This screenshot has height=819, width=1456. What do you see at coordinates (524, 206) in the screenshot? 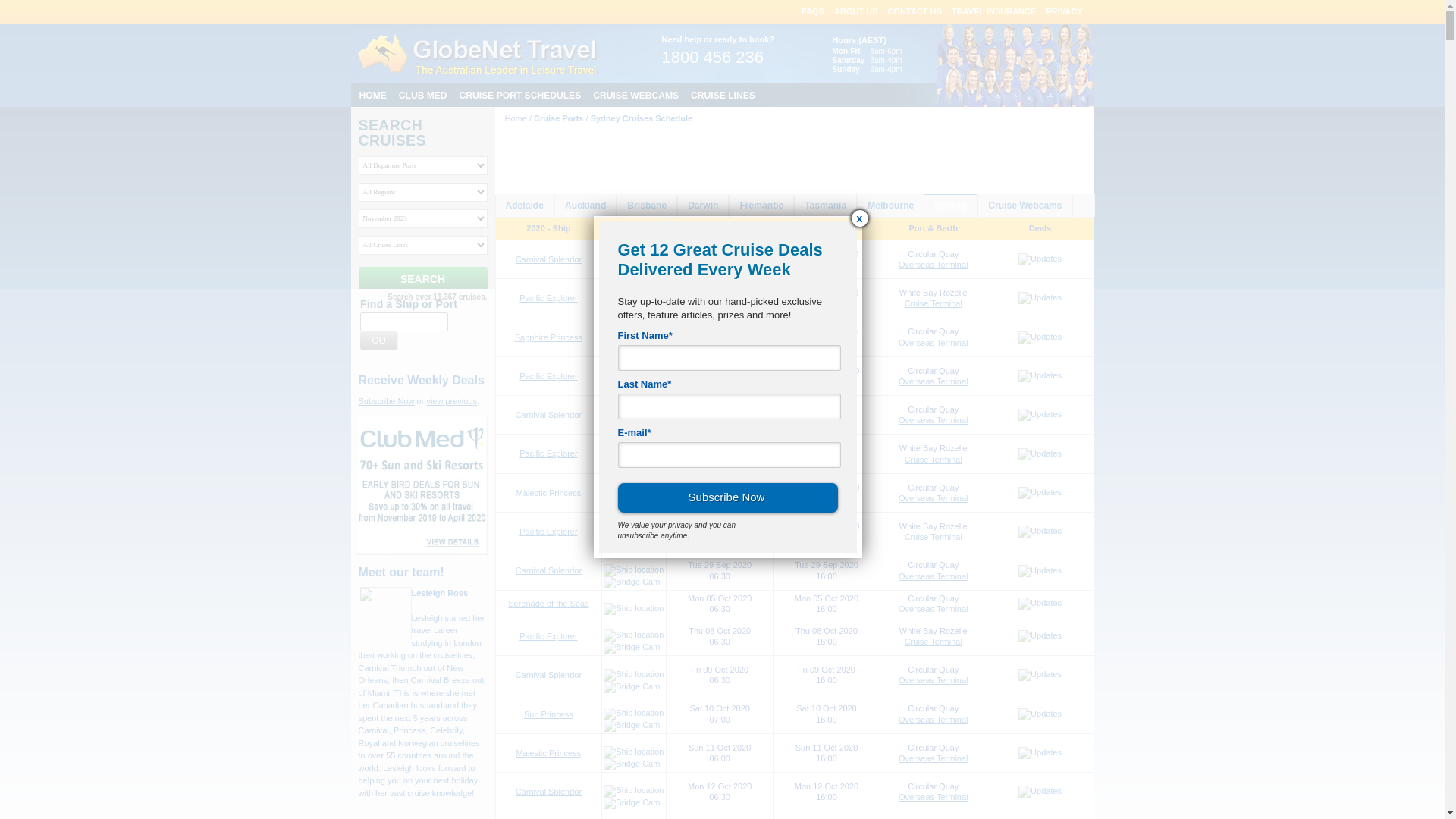
I see `'Adelaide'` at bounding box center [524, 206].